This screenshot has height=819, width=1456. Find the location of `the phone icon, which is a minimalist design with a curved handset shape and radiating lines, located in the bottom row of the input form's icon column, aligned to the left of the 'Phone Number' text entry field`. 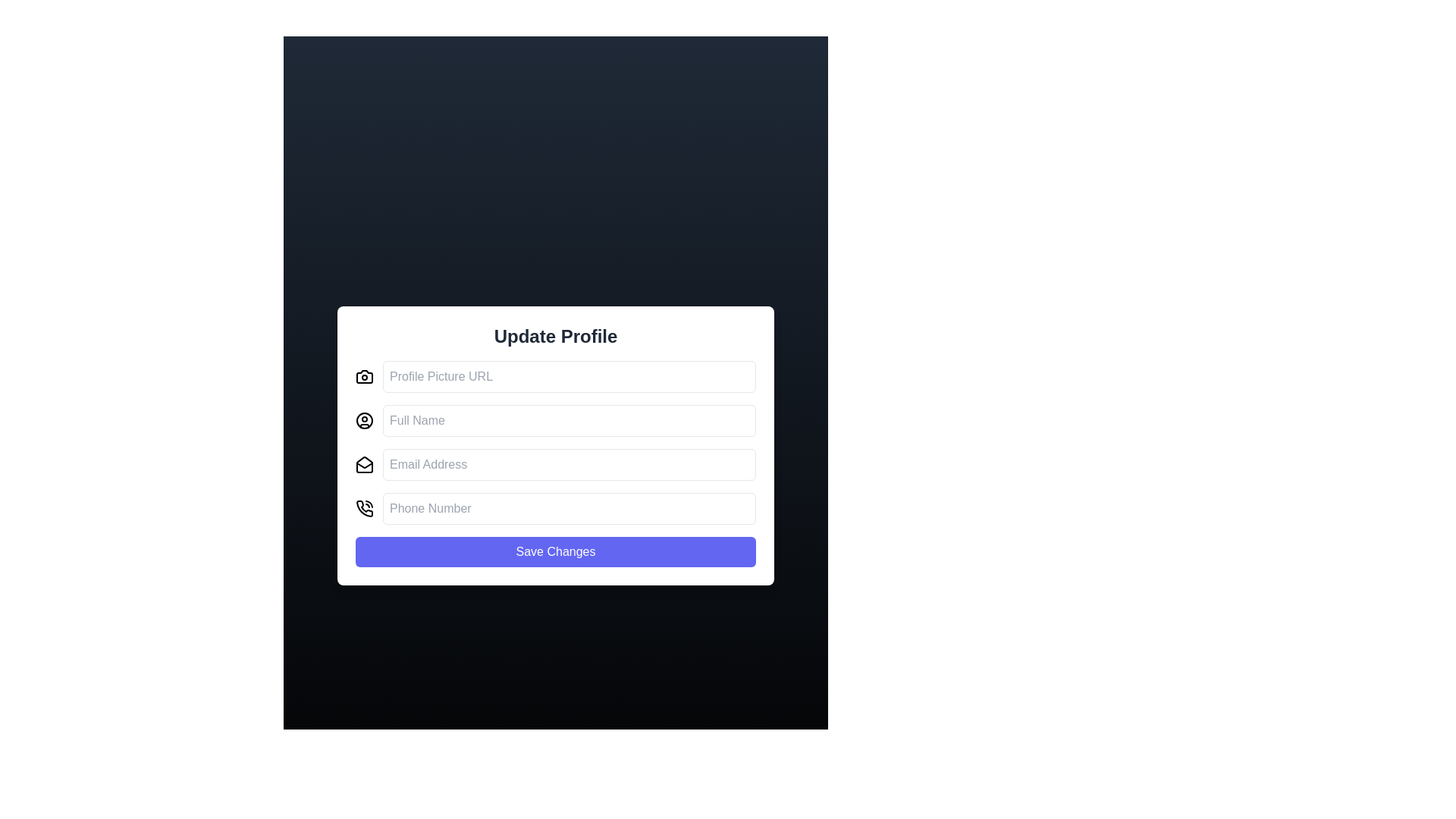

the phone icon, which is a minimalist design with a curved handset shape and radiating lines, located in the bottom row of the input form's icon column, aligned to the left of the 'Phone Number' text entry field is located at coordinates (364, 509).